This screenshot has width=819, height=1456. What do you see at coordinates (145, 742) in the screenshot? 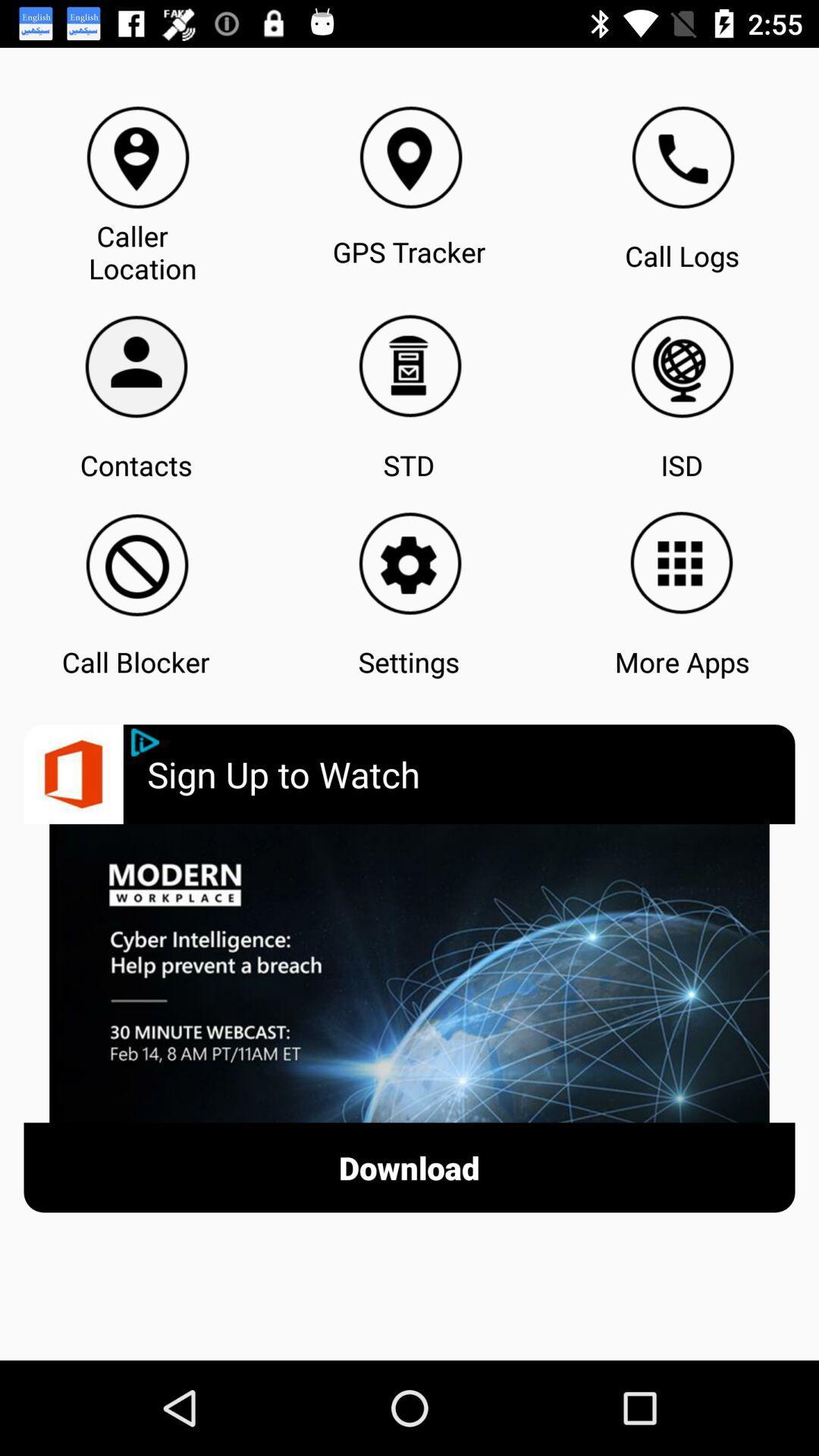
I see `the app below the call blocker` at bounding box center [145, 742].